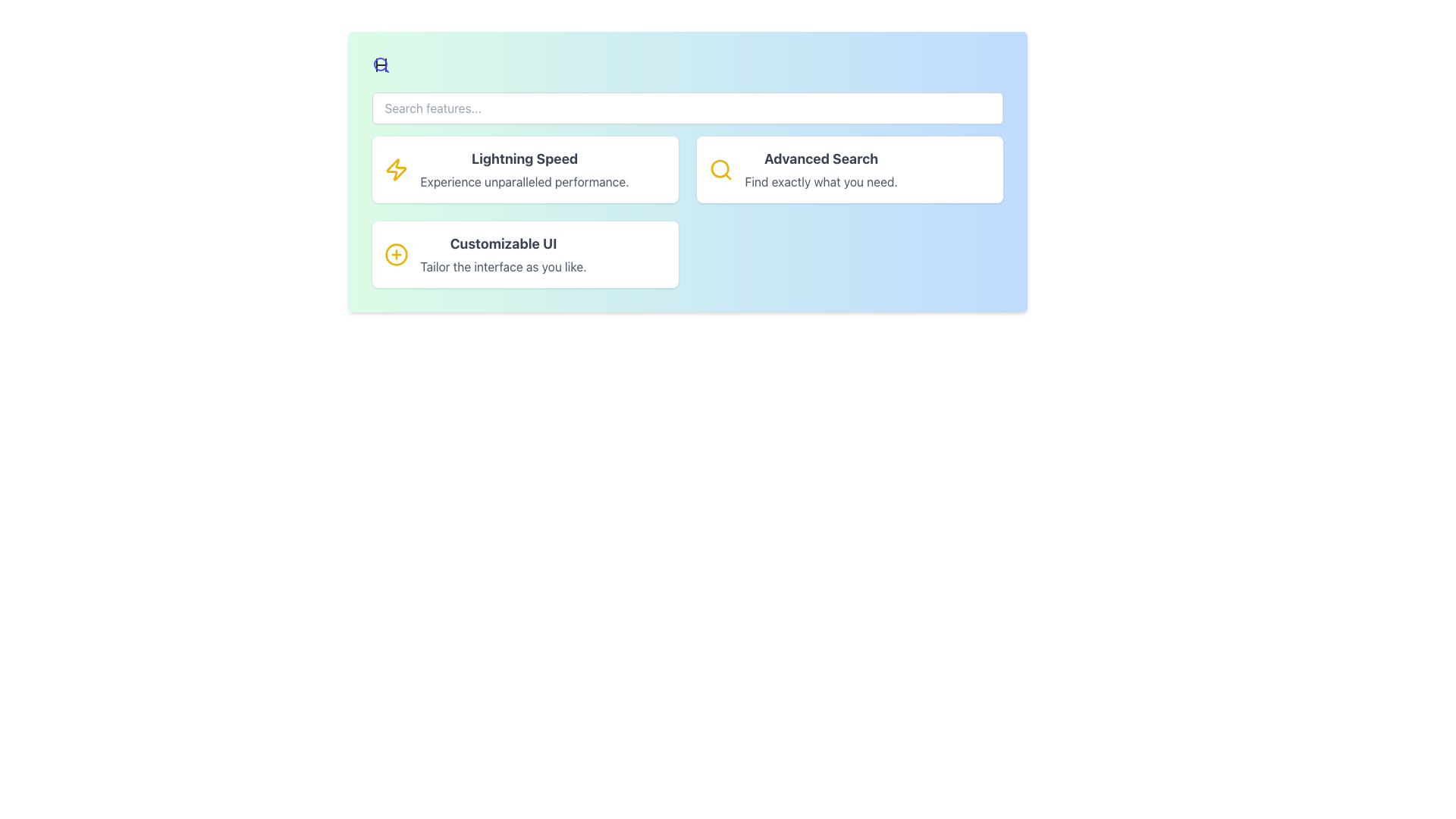 The width and height of the screenshot is (1456, 819). What do you see at coordinates (821, 180) in the screenshot?
I see `the text label displaying 'Find exactly what you need.' which is located directly below 'Advanced Search' in the rightmost card of a three-card layout` at bounding box center [821, 180].